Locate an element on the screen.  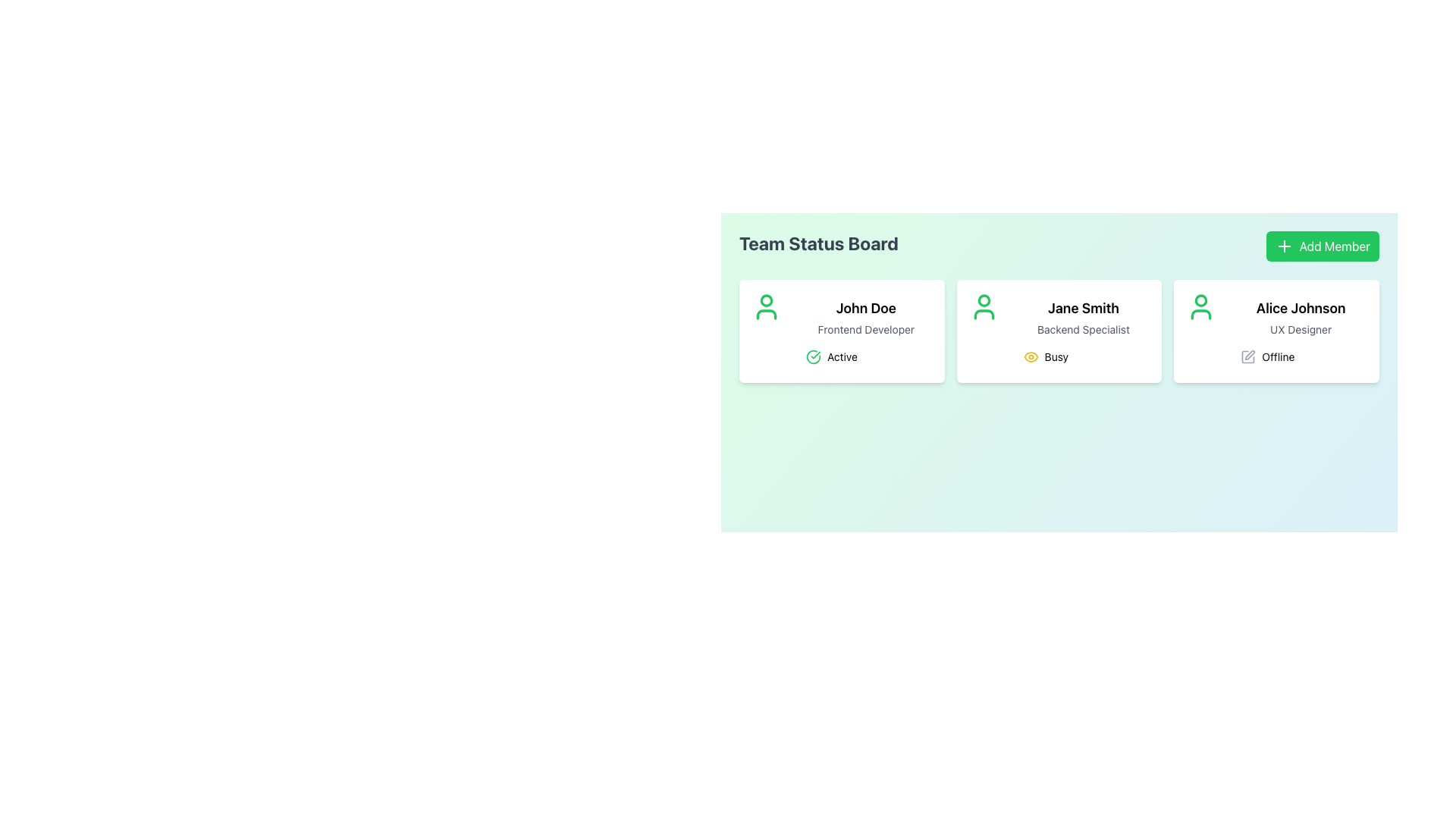
the 'Offline' text label displayed in grayish tone within the card for 'Alice Johnson - UX Designer' is located at coordinates (1277, 356).